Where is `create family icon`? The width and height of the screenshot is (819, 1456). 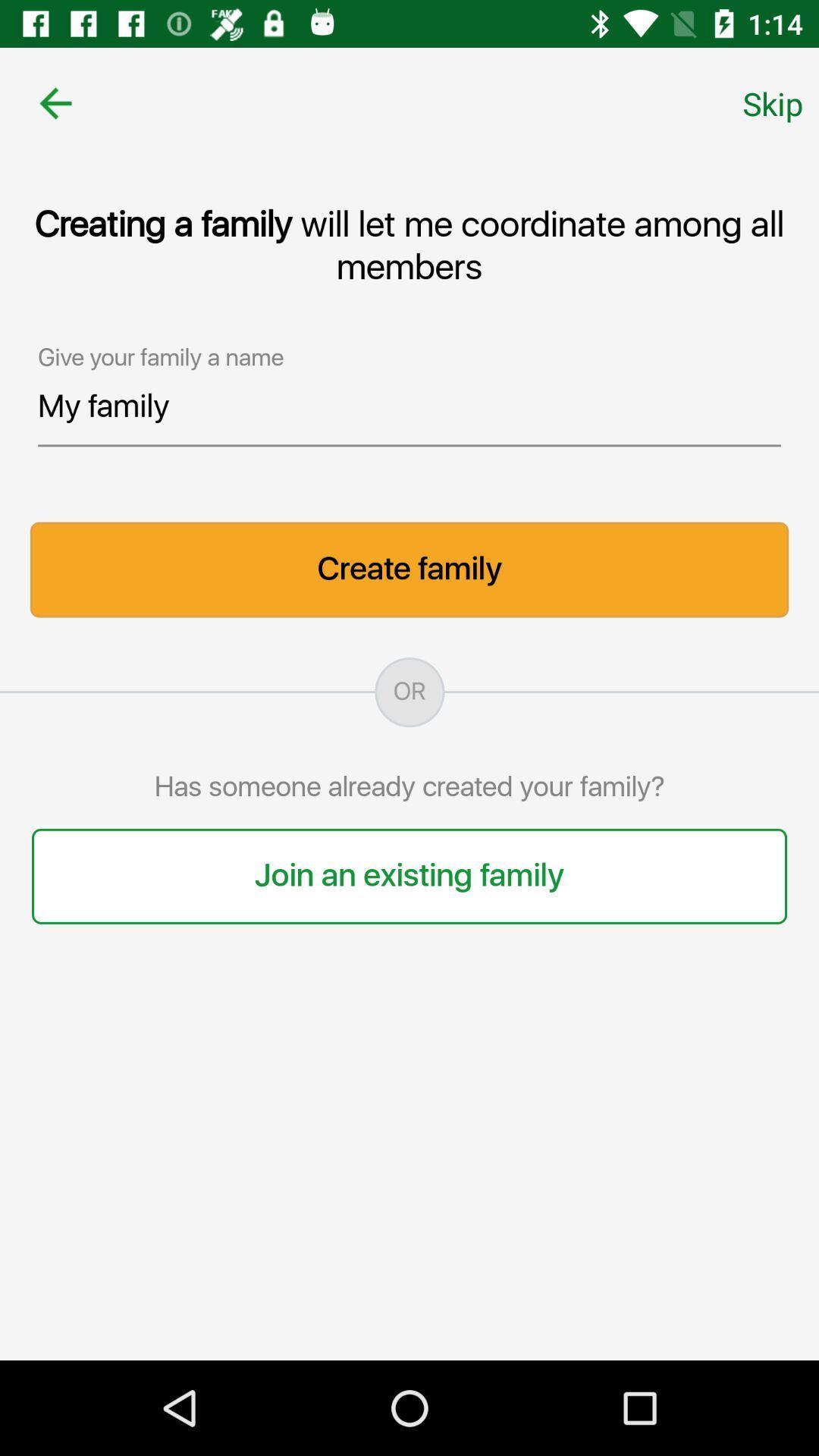
create family icon is located at coordinates (409, 569).